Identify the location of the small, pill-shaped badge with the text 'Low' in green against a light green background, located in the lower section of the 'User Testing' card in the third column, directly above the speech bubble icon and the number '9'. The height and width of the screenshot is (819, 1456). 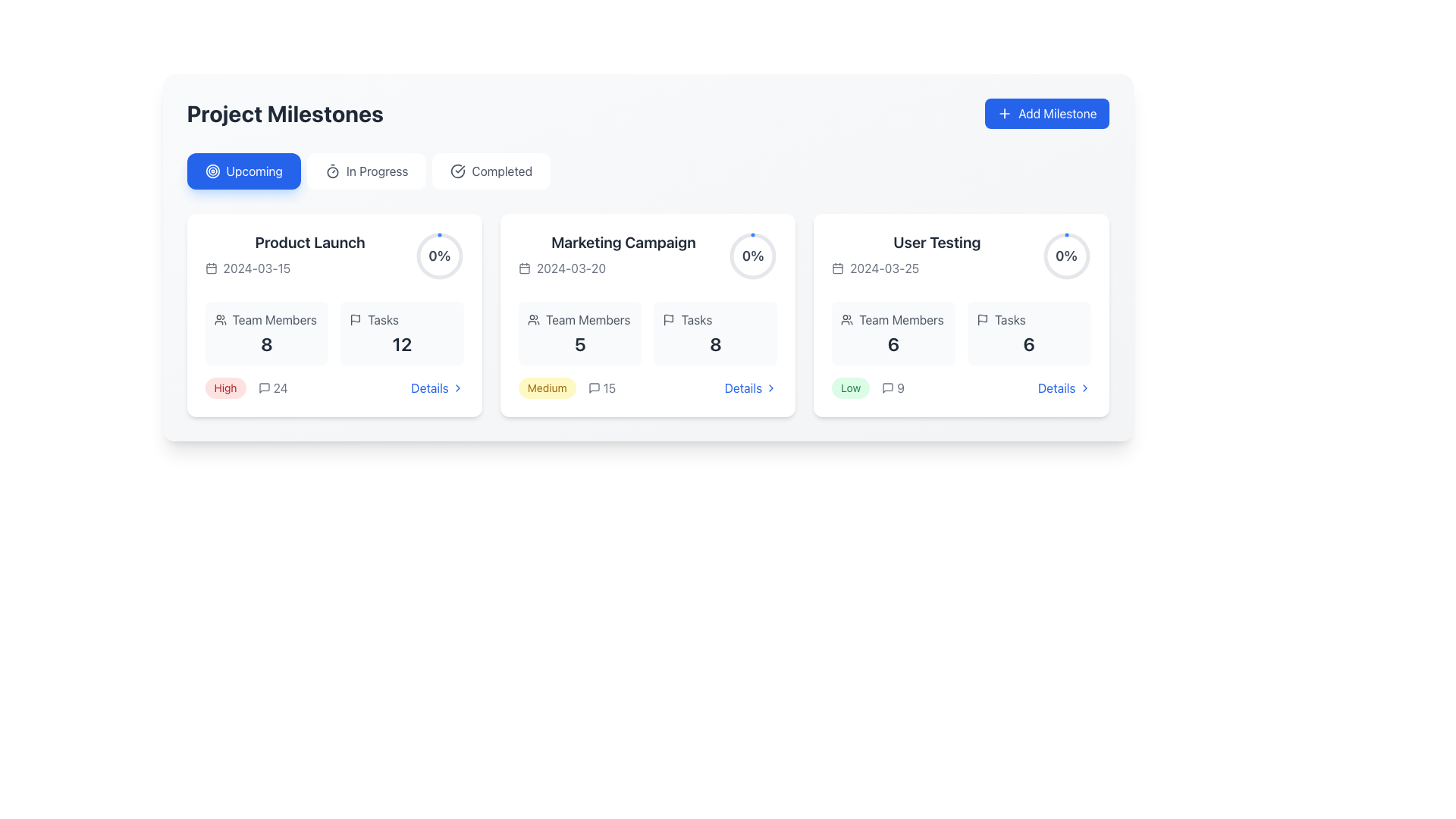
(851, 388).